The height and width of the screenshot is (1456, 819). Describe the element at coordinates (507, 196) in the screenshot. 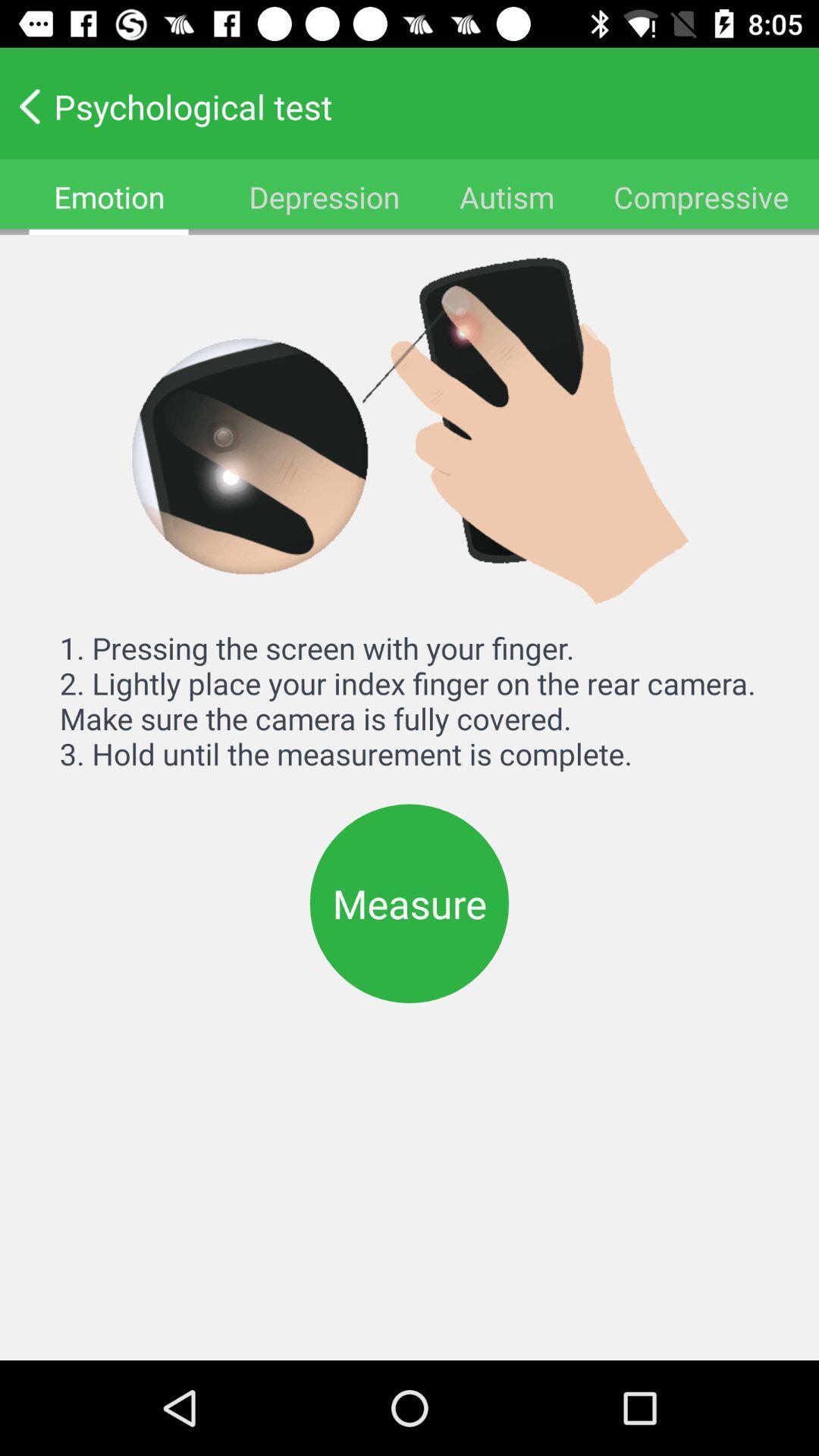

I see `icon next to the depression icon` at that location.